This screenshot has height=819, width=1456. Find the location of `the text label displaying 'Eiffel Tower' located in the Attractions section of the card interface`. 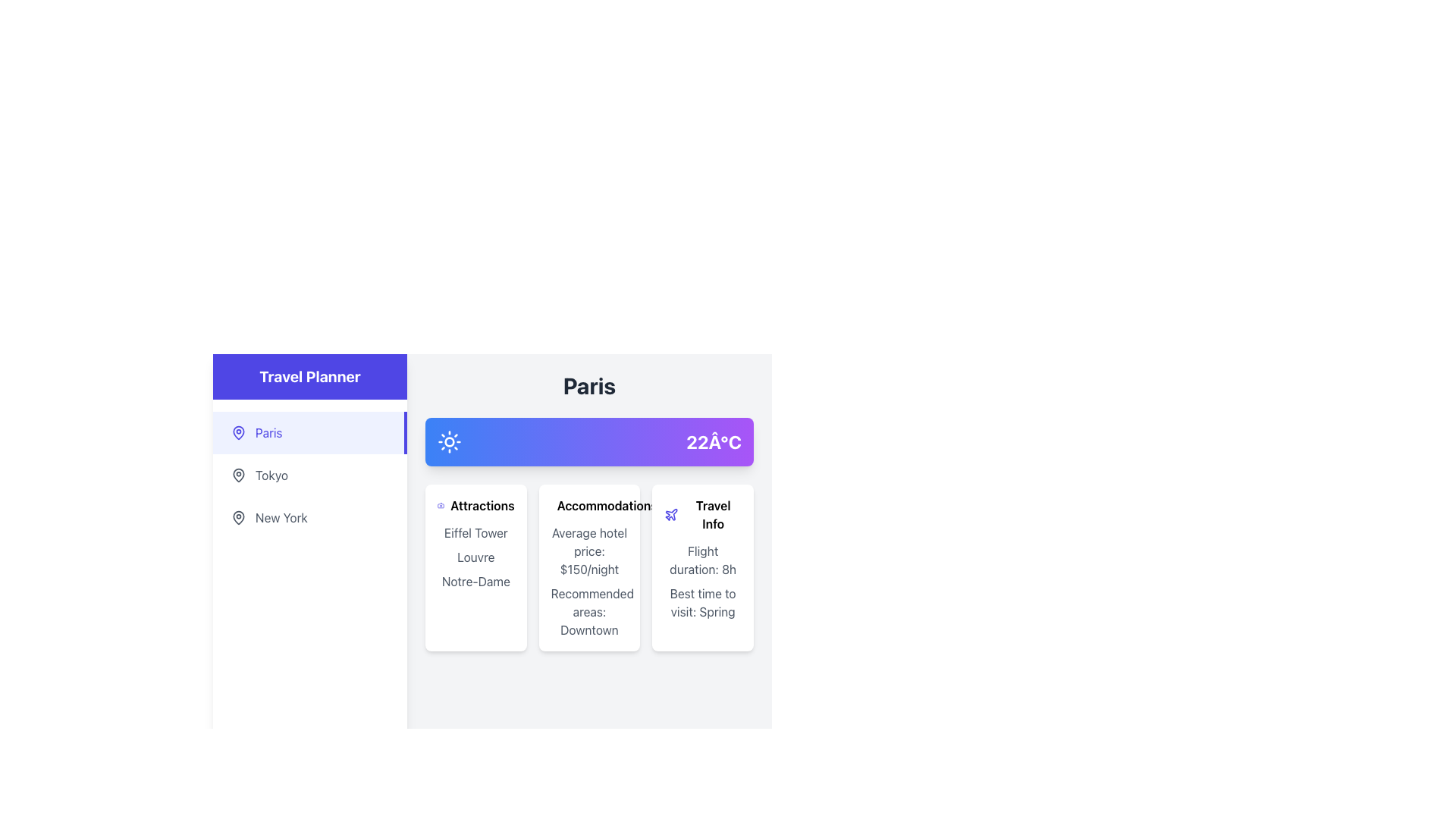

the text label displaying 'Eiffel Tower' located in the Attractions section of the card interface is located at coordinates (475, 532).